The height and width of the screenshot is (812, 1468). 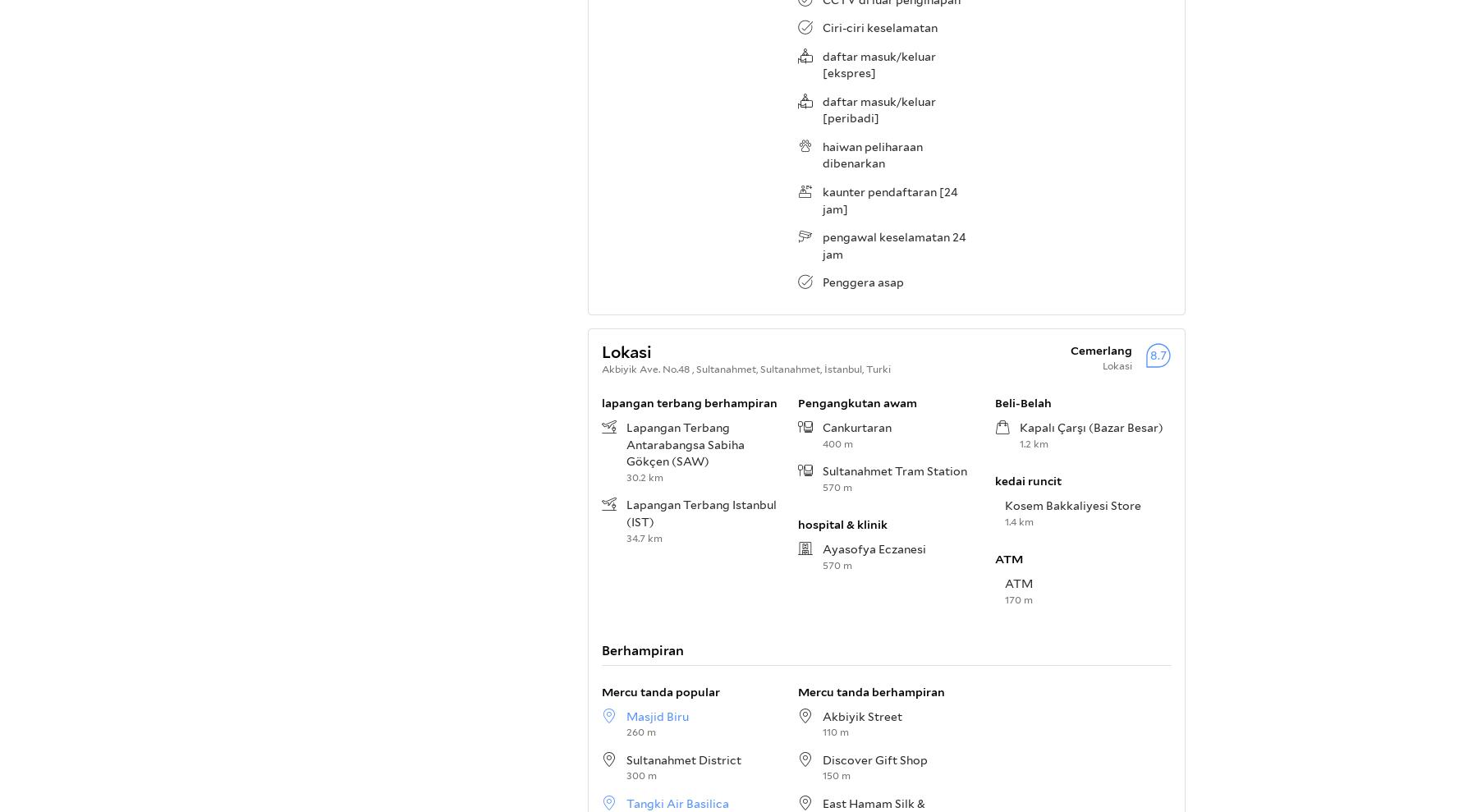 What do you see at coordinates (601, 649) in the screenshot?
I see `'Berhampiran'` at bounding box center [601, 649].